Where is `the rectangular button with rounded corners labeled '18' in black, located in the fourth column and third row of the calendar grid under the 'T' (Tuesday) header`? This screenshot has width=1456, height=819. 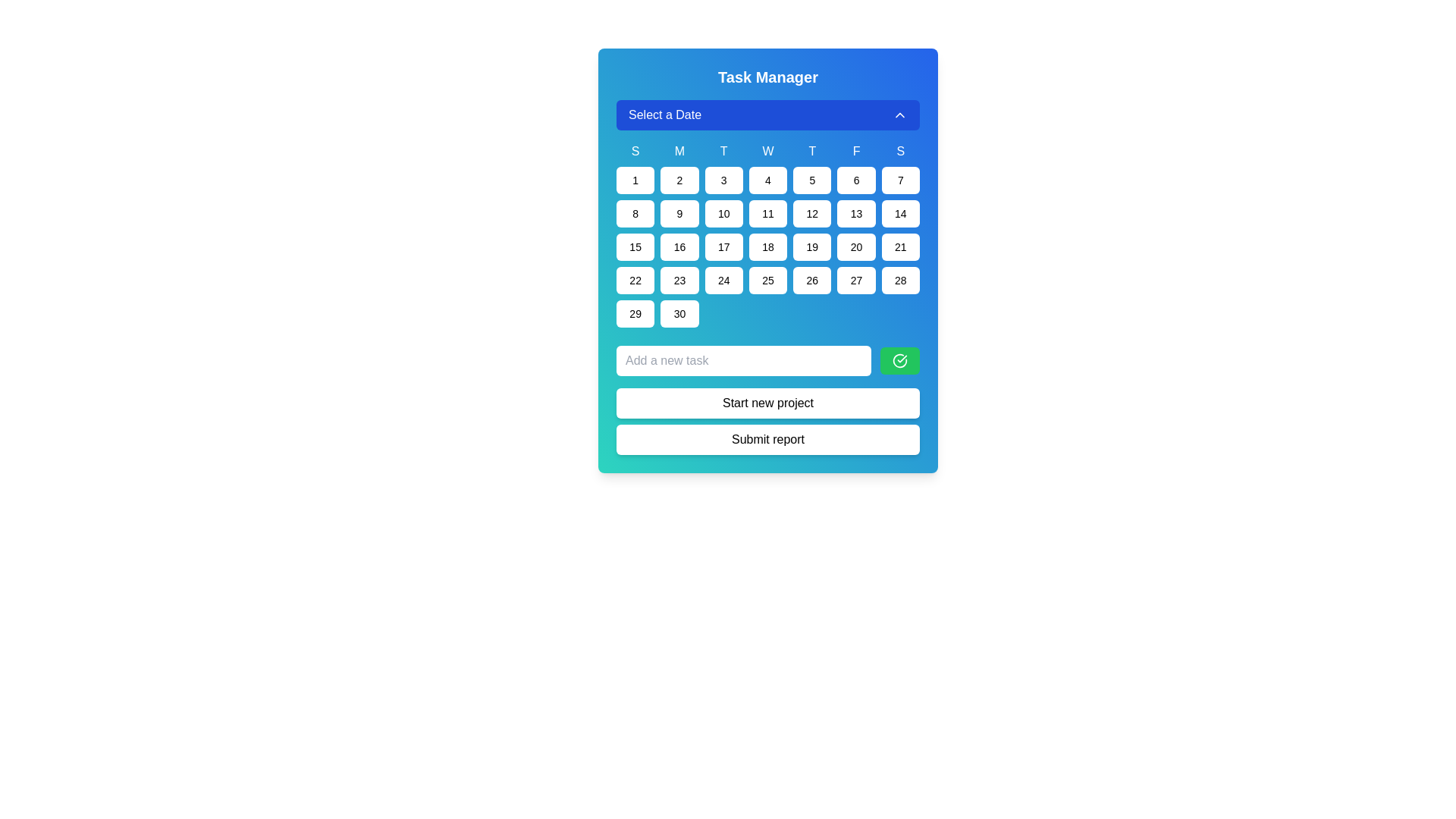 the rectangular button with rounded corners labeled '18' in black, located in the fourth column and third row of the calendar grid under the 'T' (Tuesday) header is located at coordinates (767, 246).